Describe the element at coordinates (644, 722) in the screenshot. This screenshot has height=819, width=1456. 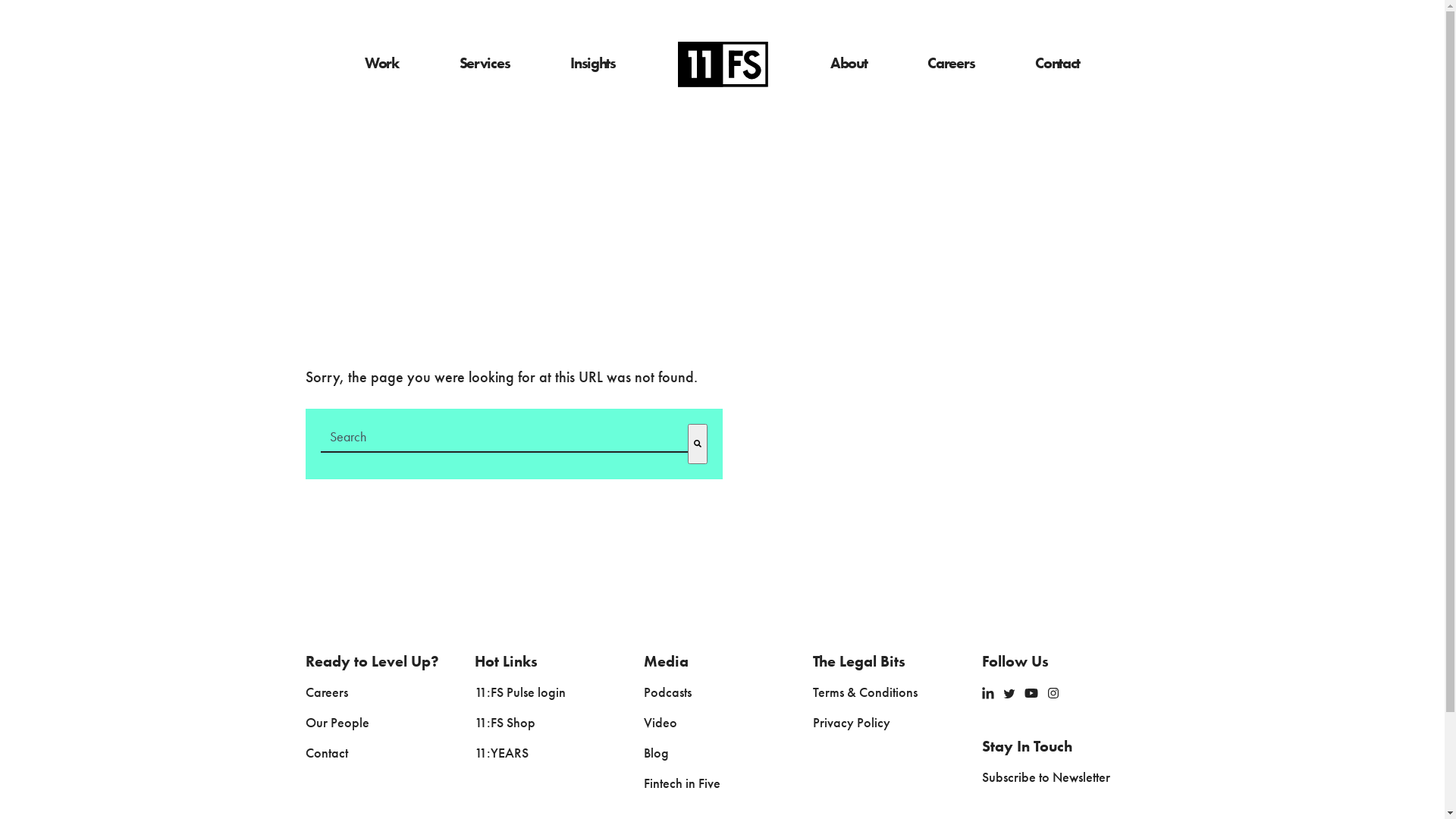
I see `'Video'` at that location.